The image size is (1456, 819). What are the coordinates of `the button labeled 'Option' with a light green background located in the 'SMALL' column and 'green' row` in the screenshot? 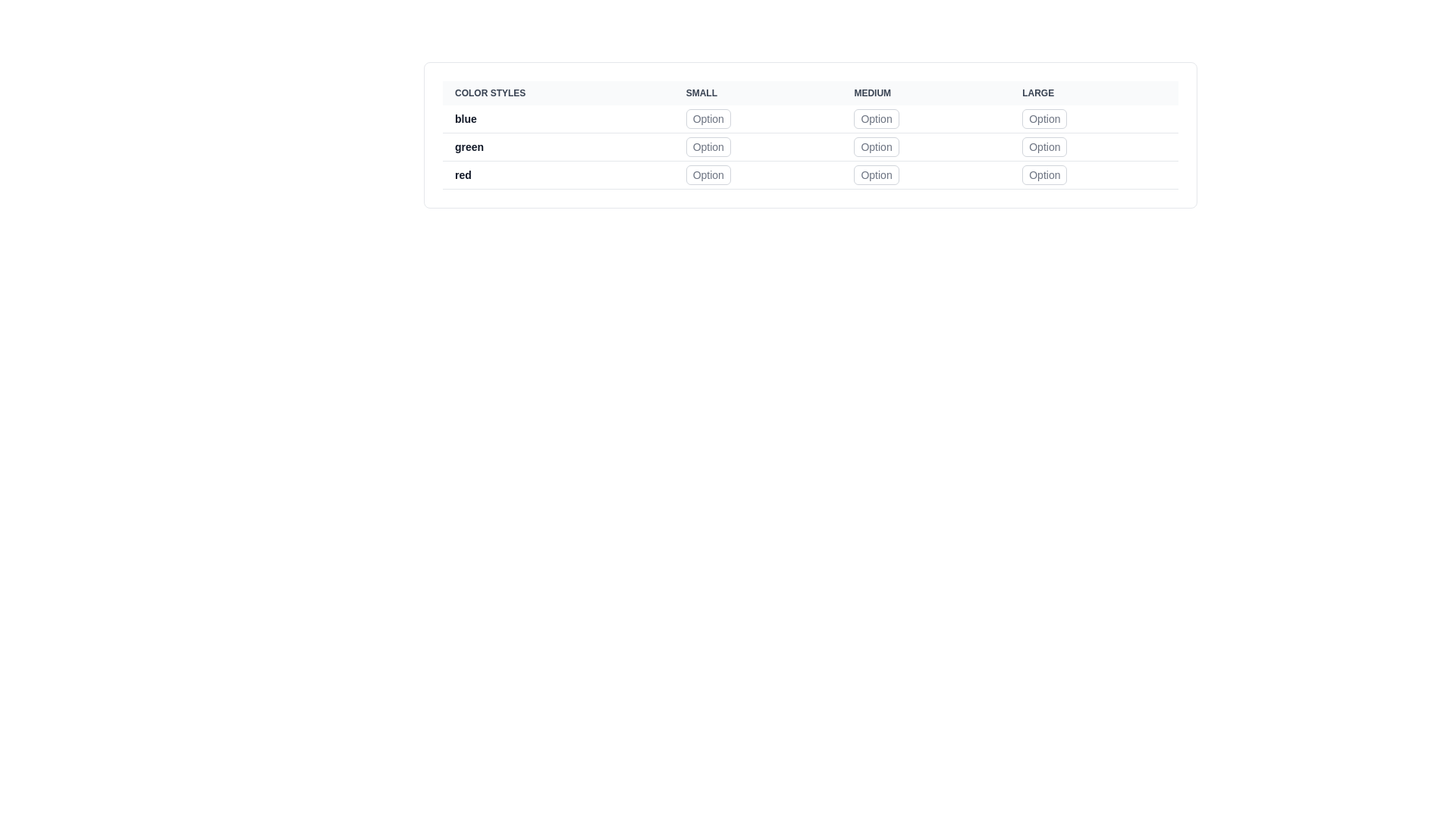 It's located at (708, 146).